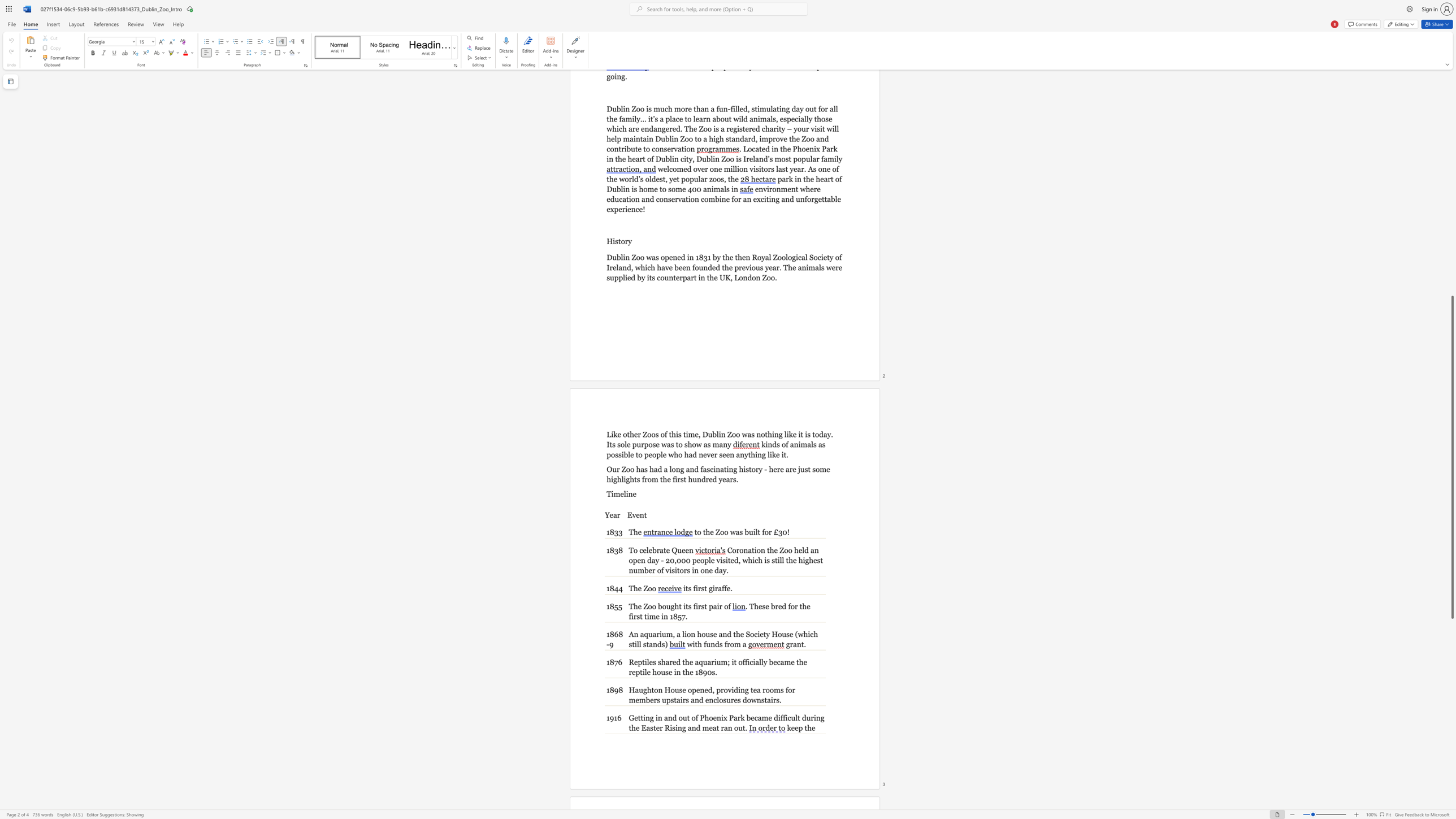 Image resolution: width=1456 pixels, height=819 pixels. I want to click on the 1th character "h" in the text, so click(738, 634).